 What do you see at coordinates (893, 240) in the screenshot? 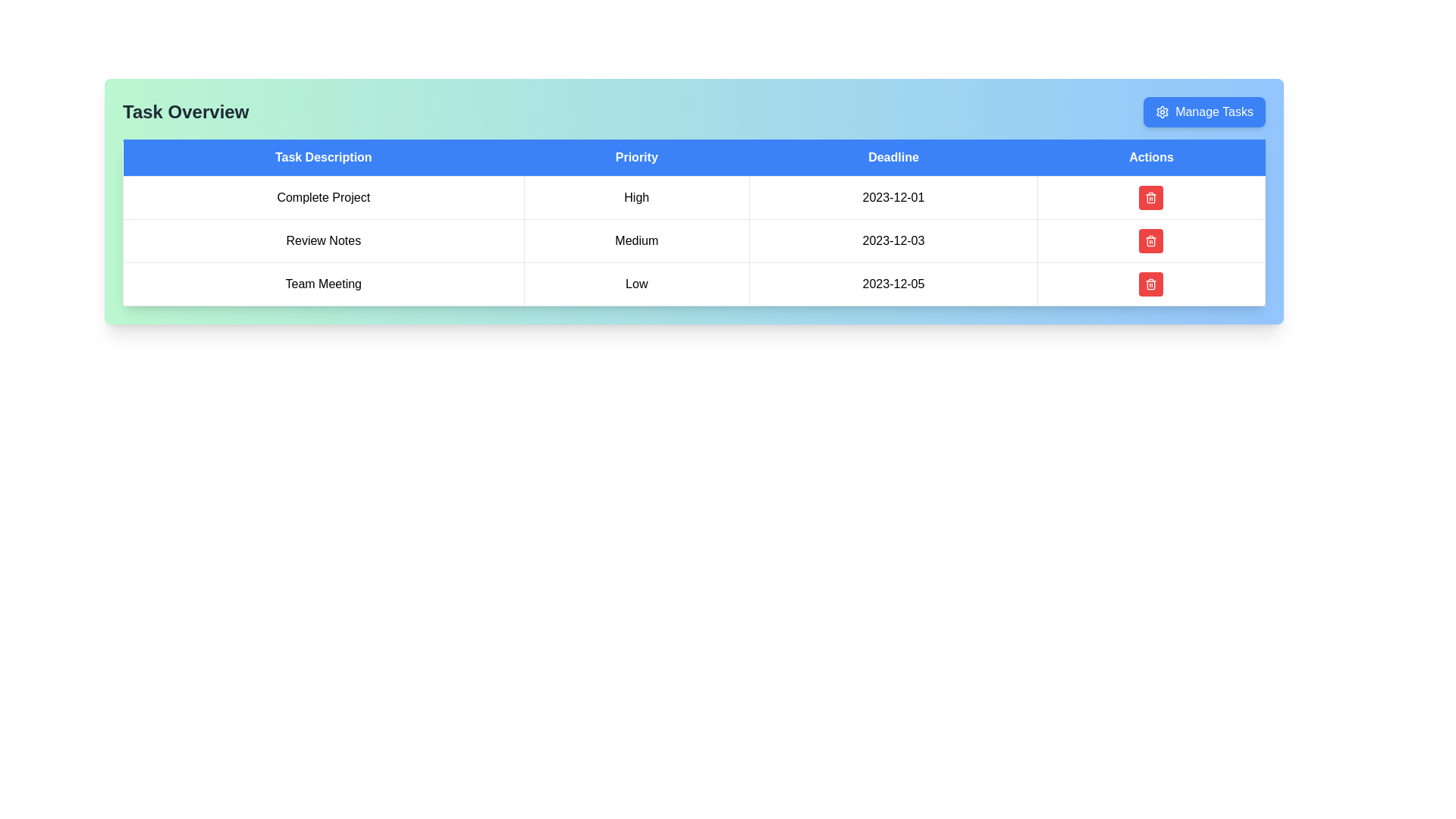
I see `date information displayed in the third cell of the second row under the 'Deadline' column in the task table` at bounding box center [893, 240].